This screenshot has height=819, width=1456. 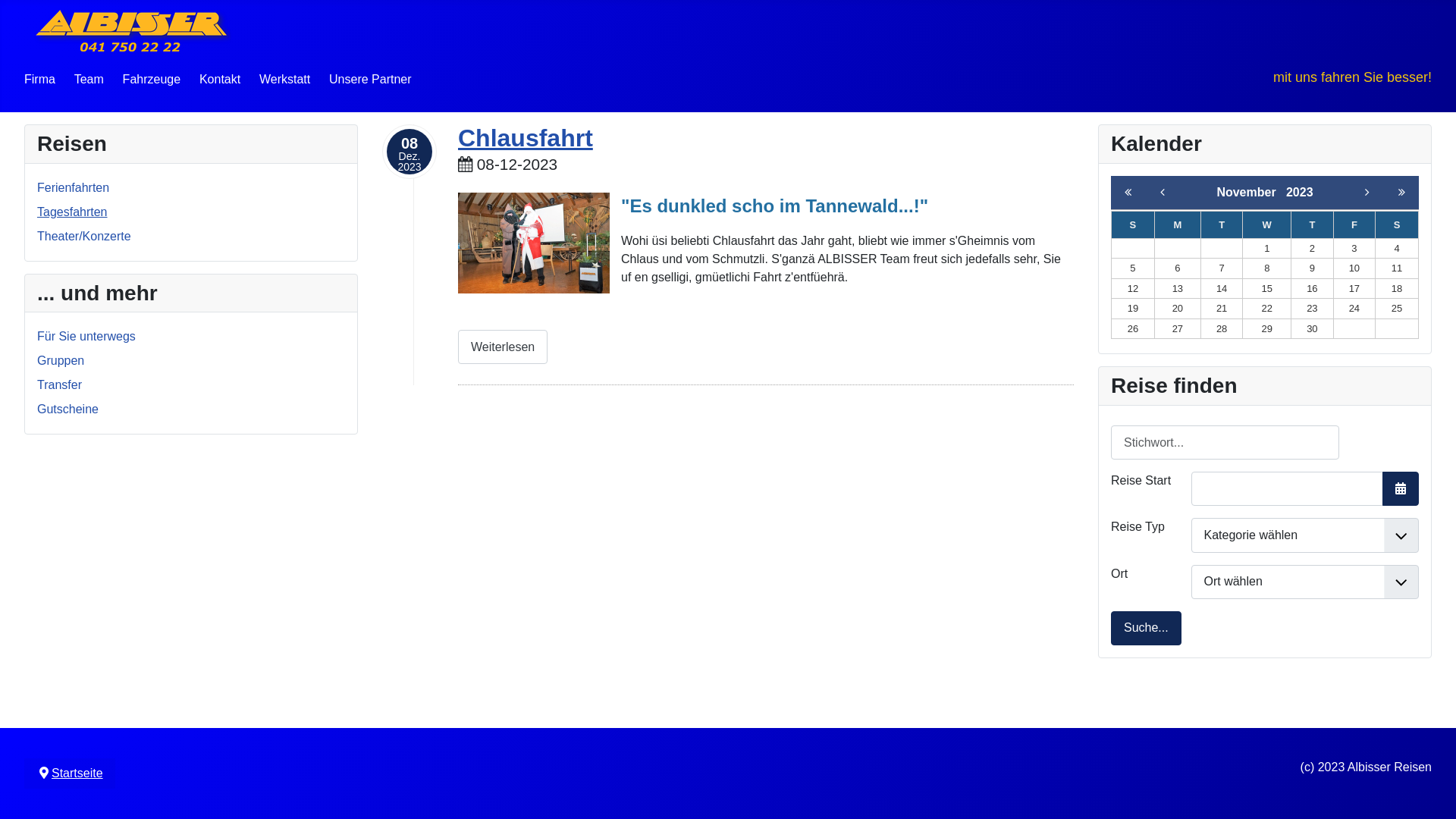 What do you see at coordinates (71, 212) in the screenshot?
I see `'Tagesfahrten'` at bounding box center [71, 212].